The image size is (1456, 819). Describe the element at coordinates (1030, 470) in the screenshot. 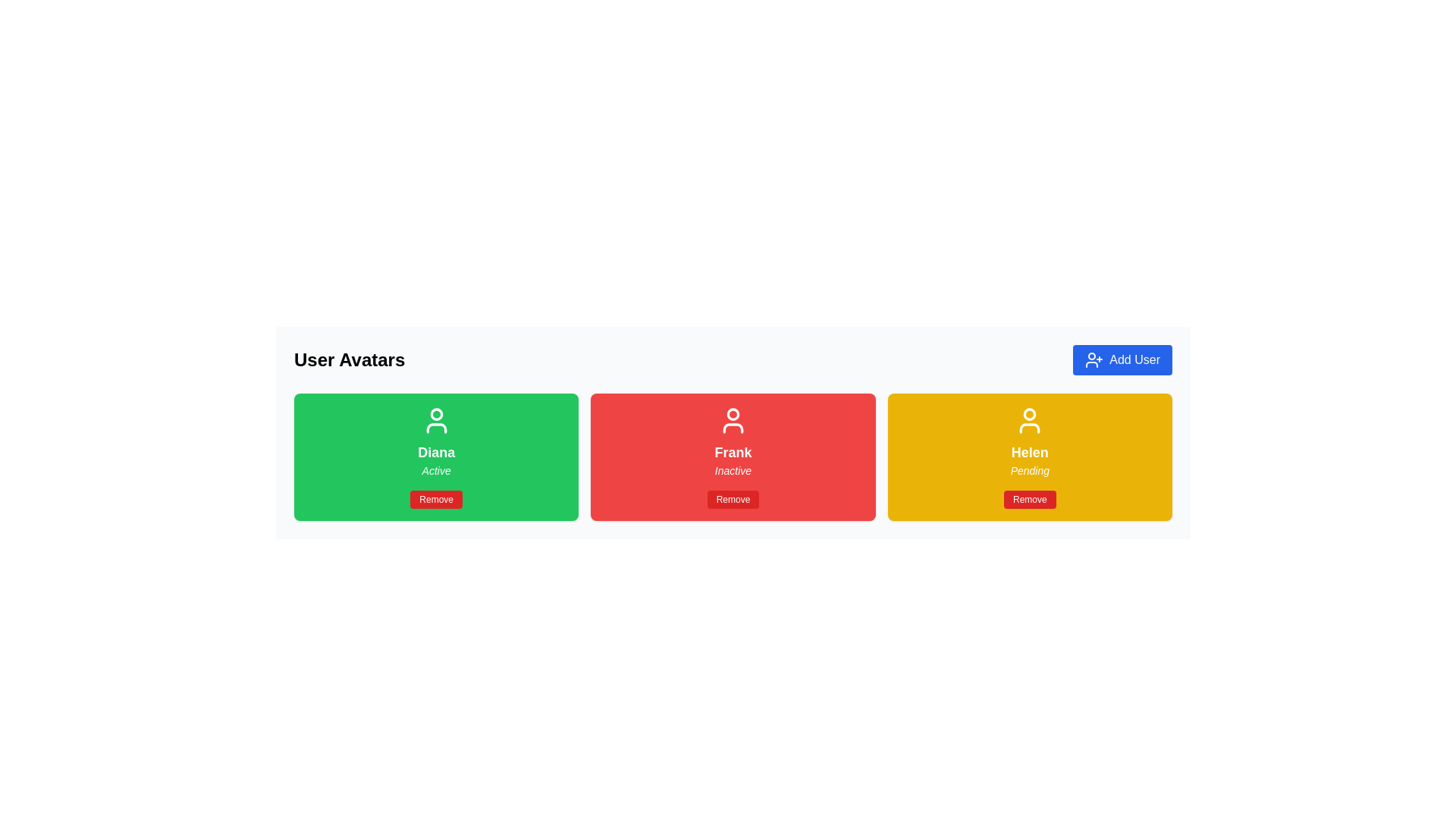

I see `the 'Pending' status indicator text label located in the yellow card below the 'Helen' text, which is positioned above the 'Remove' button` at that location.